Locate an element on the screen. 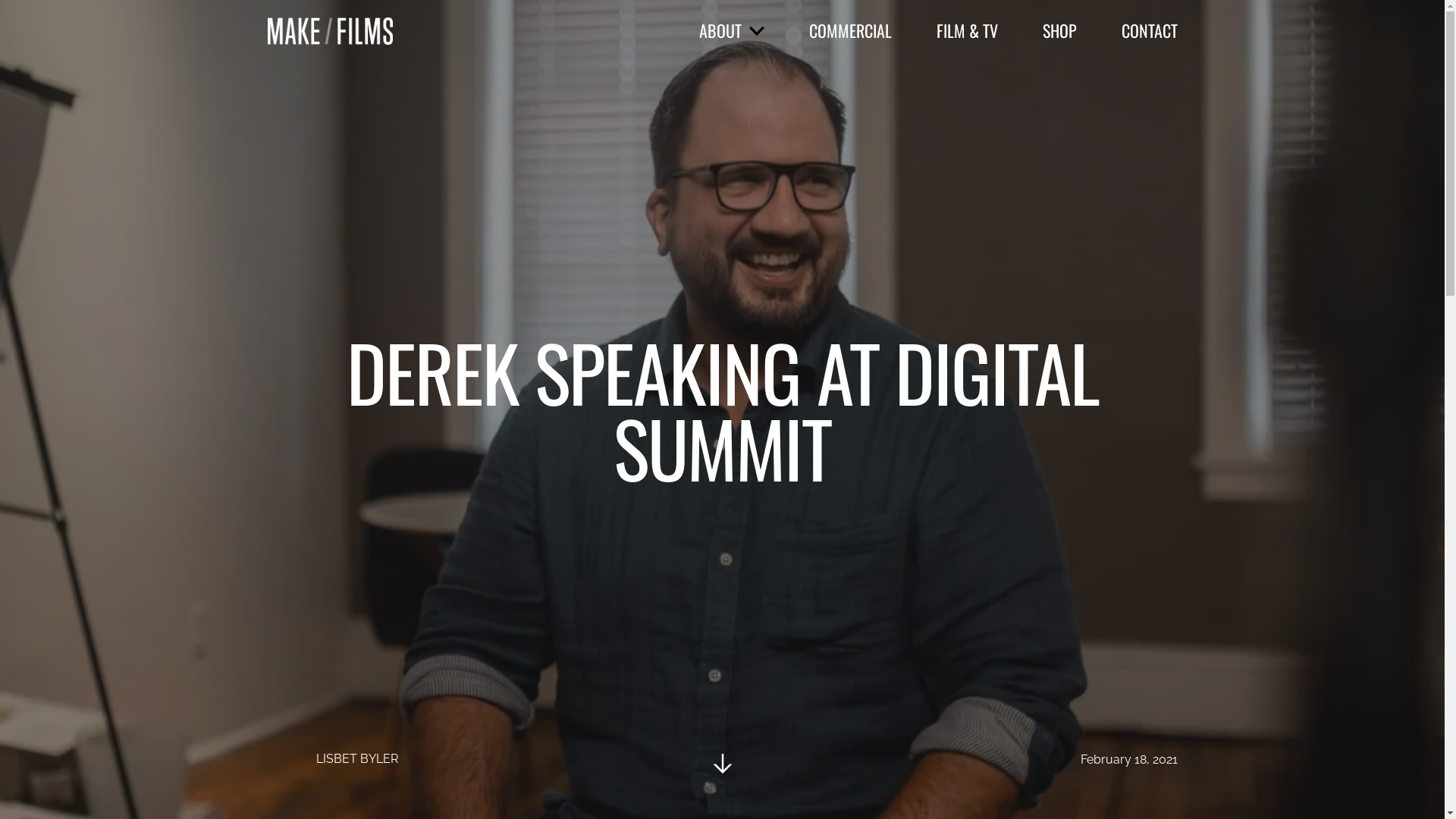 This screenshot has height=819, width=1456. 'COMMERCIAL' is located at coordinates (807, 30).